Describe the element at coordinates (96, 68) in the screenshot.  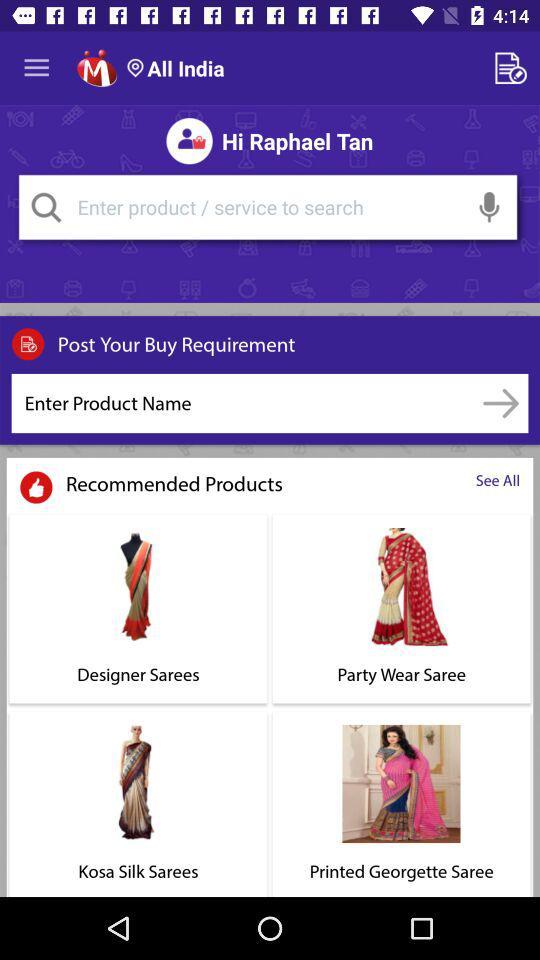
I see `home page` at that location.